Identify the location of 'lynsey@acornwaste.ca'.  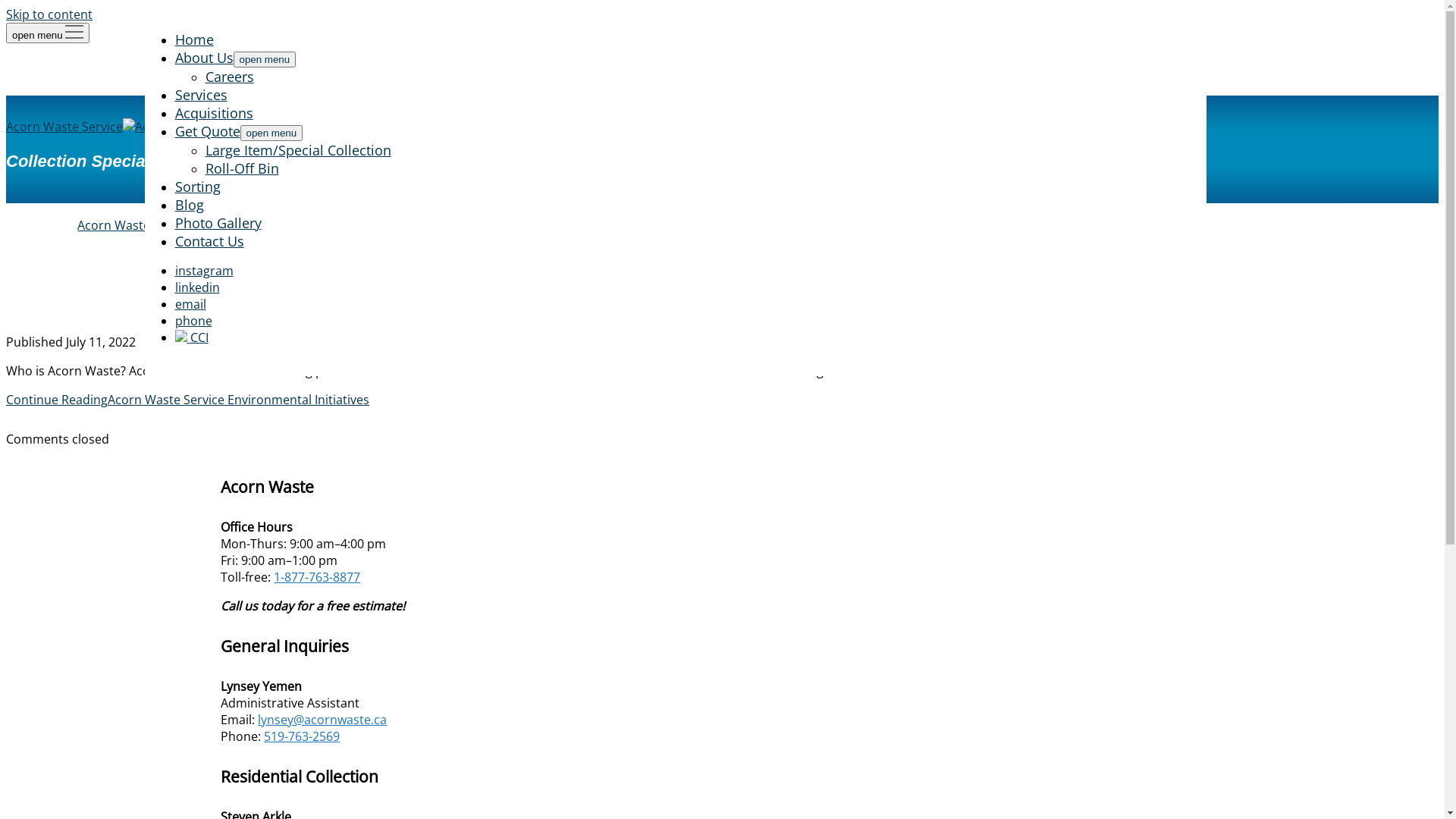
(258, 718).